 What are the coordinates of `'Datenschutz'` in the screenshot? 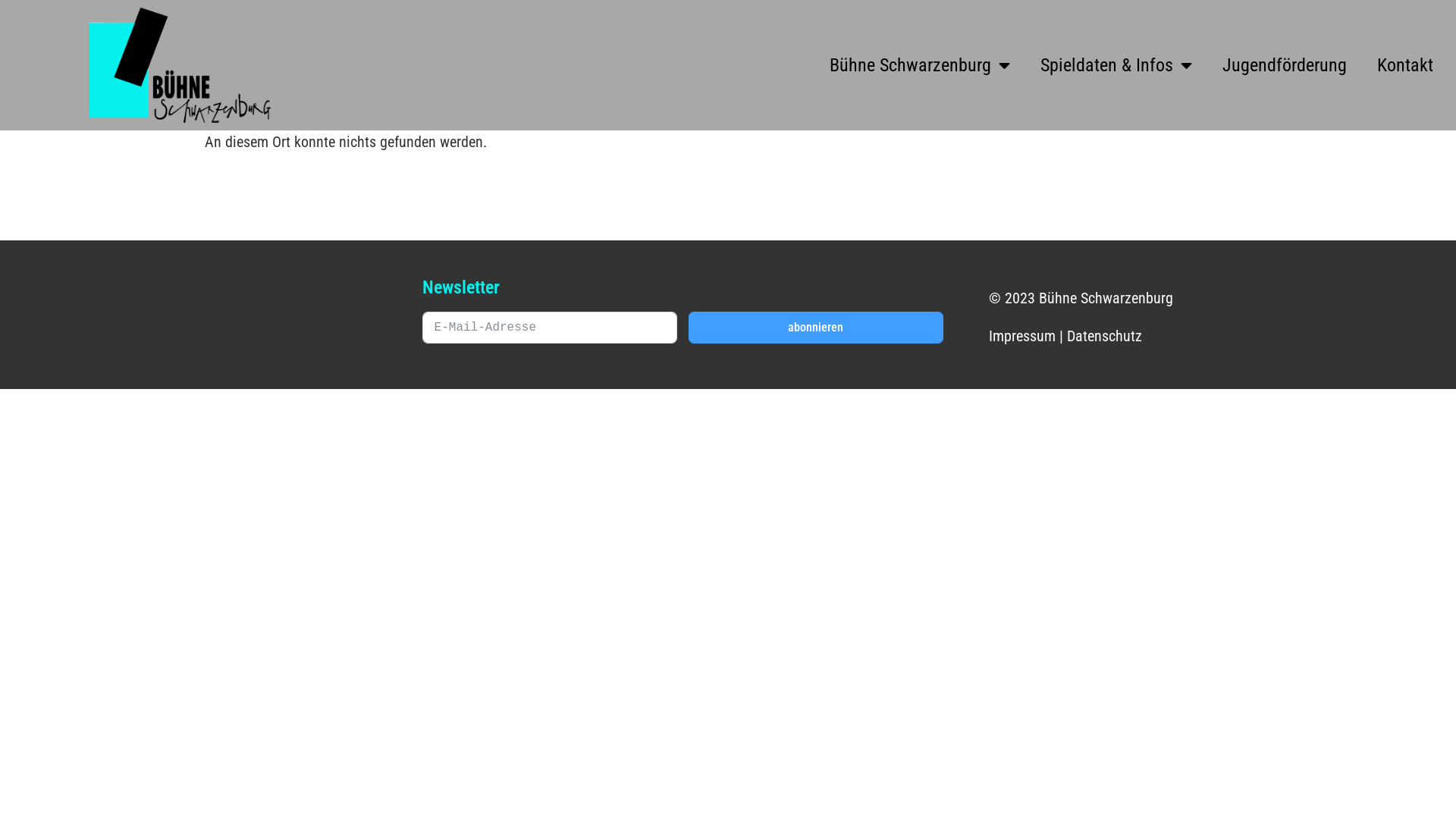 It's located at (1104, 335).